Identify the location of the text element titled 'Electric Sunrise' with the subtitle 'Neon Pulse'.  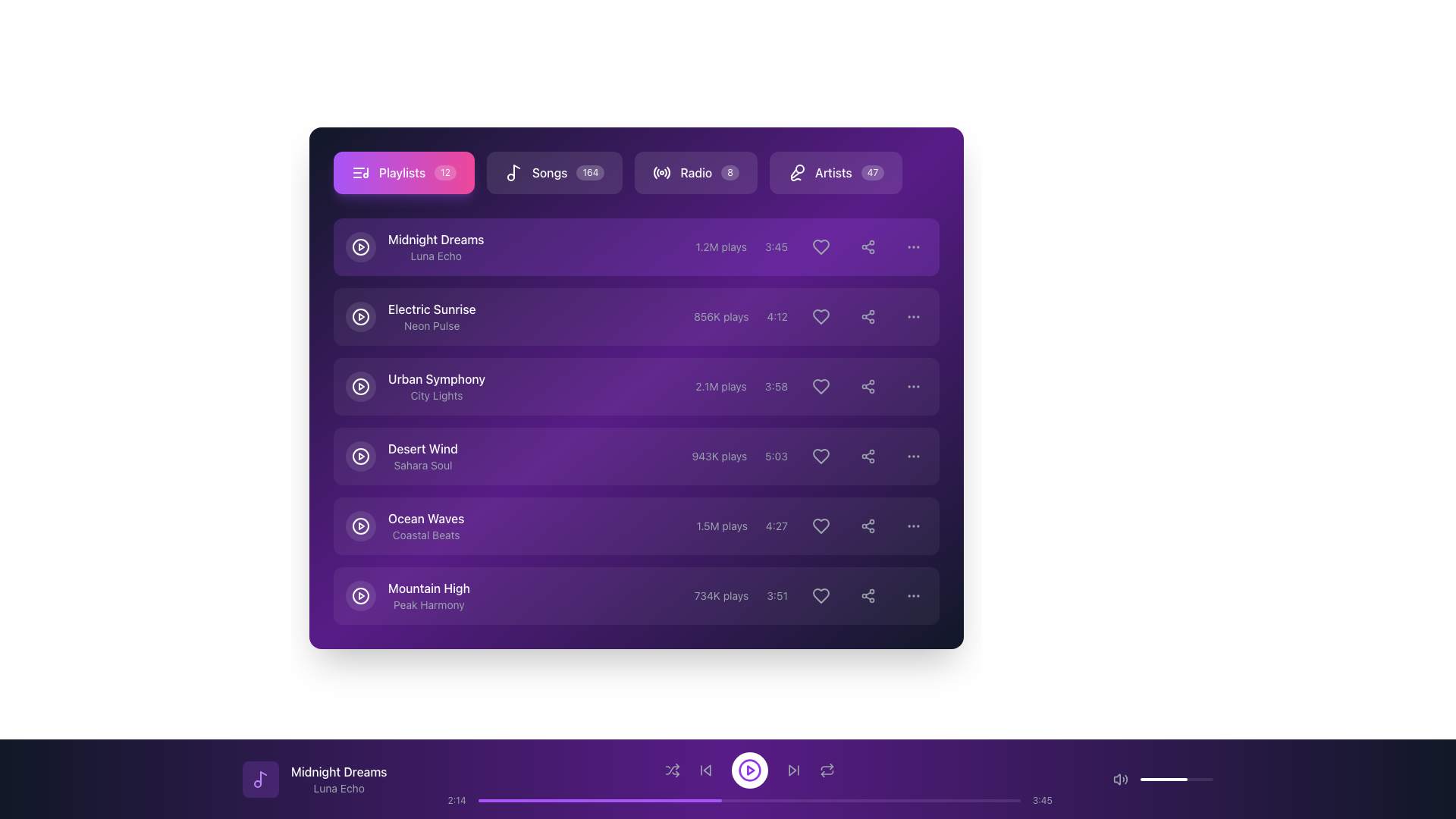
(431, 315).